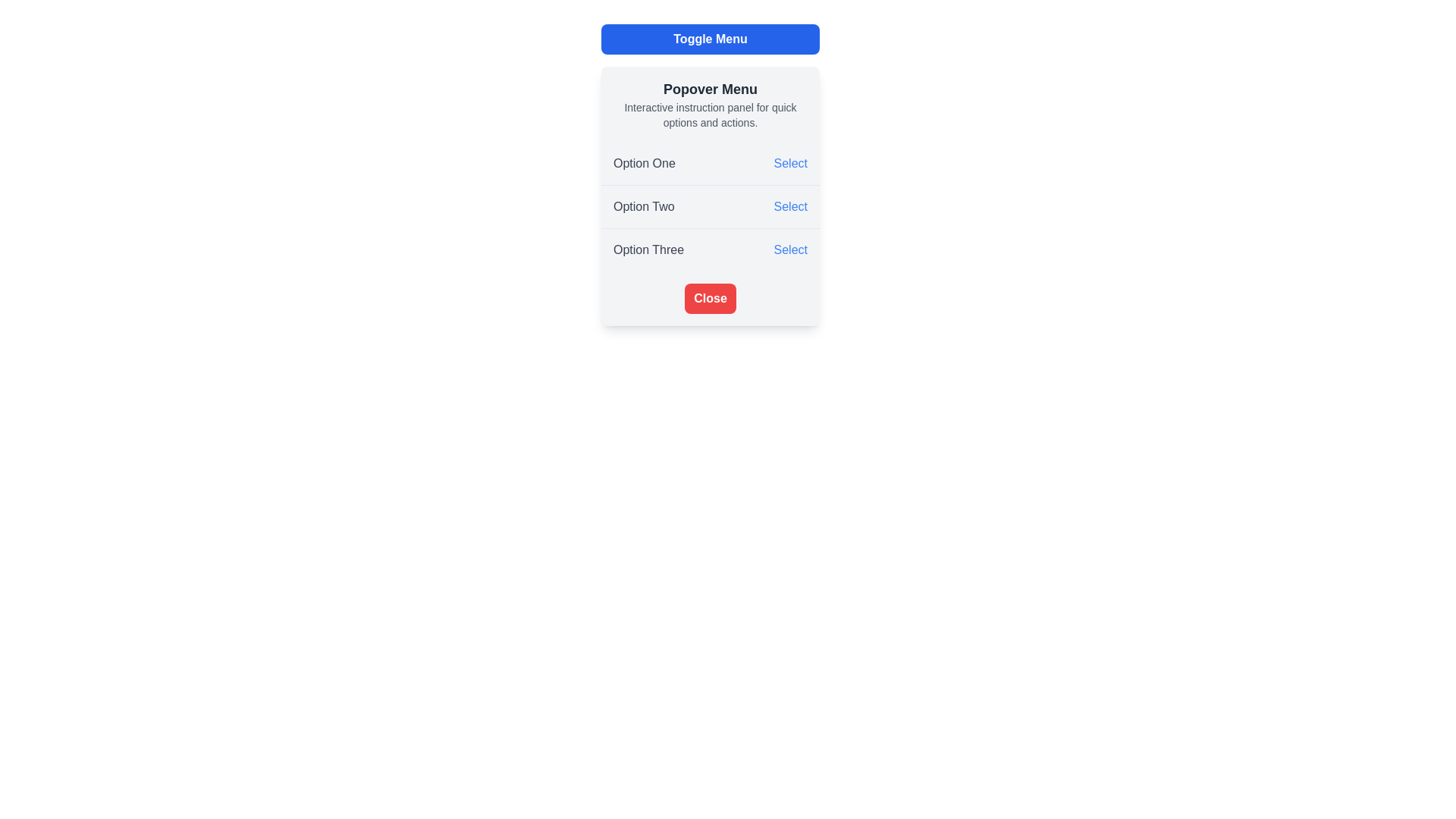 The width and height of the screenshot is (1456, 819). What do you see at coordinates (709, 38) in the screenshot?
I see `the blue rectangular button labeled 'Toggle Menu'` at bounding box center [709, 38].